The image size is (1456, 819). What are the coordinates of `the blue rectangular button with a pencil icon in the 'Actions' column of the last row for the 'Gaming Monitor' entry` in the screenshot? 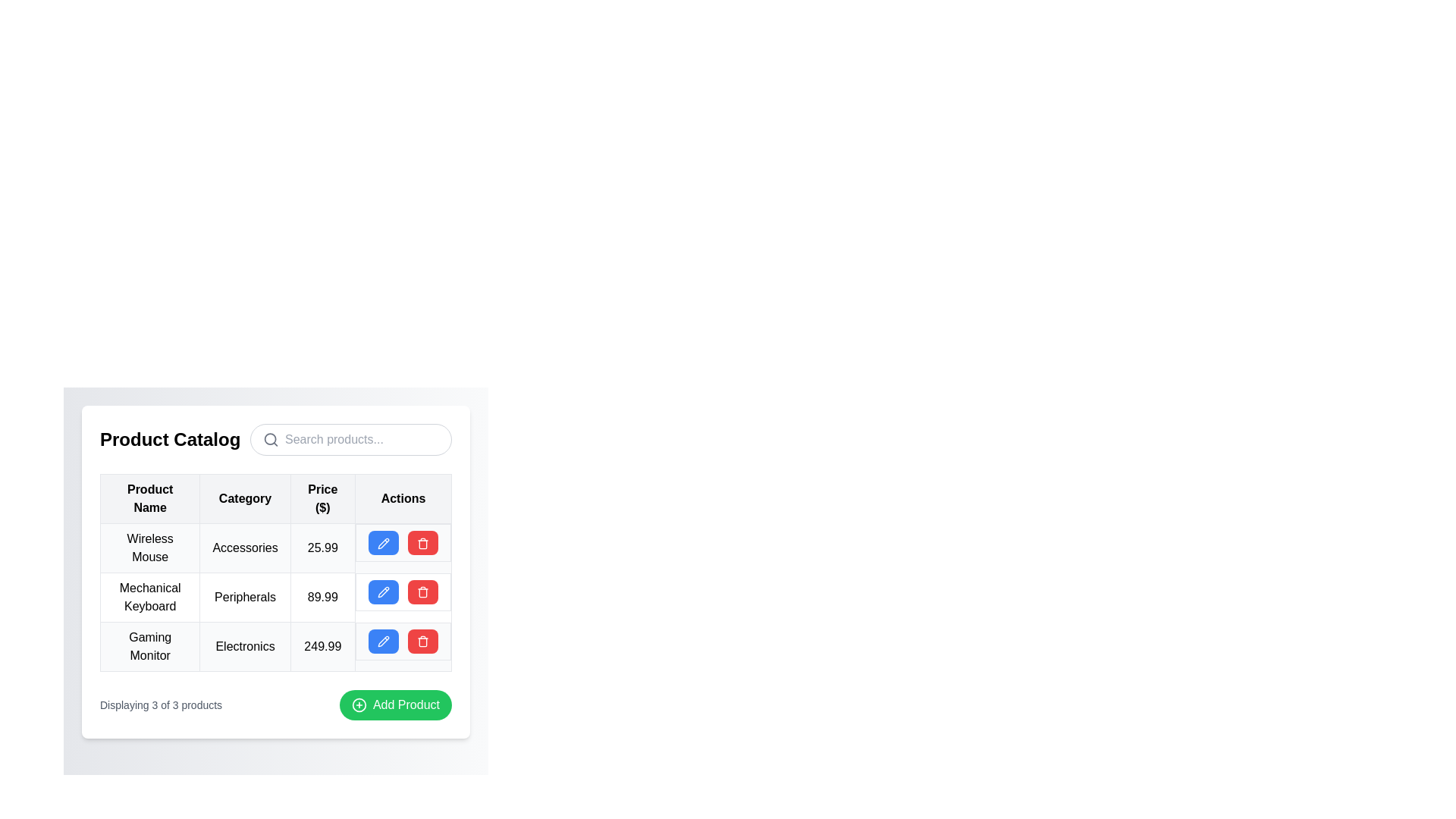 It's located at (383, 641).